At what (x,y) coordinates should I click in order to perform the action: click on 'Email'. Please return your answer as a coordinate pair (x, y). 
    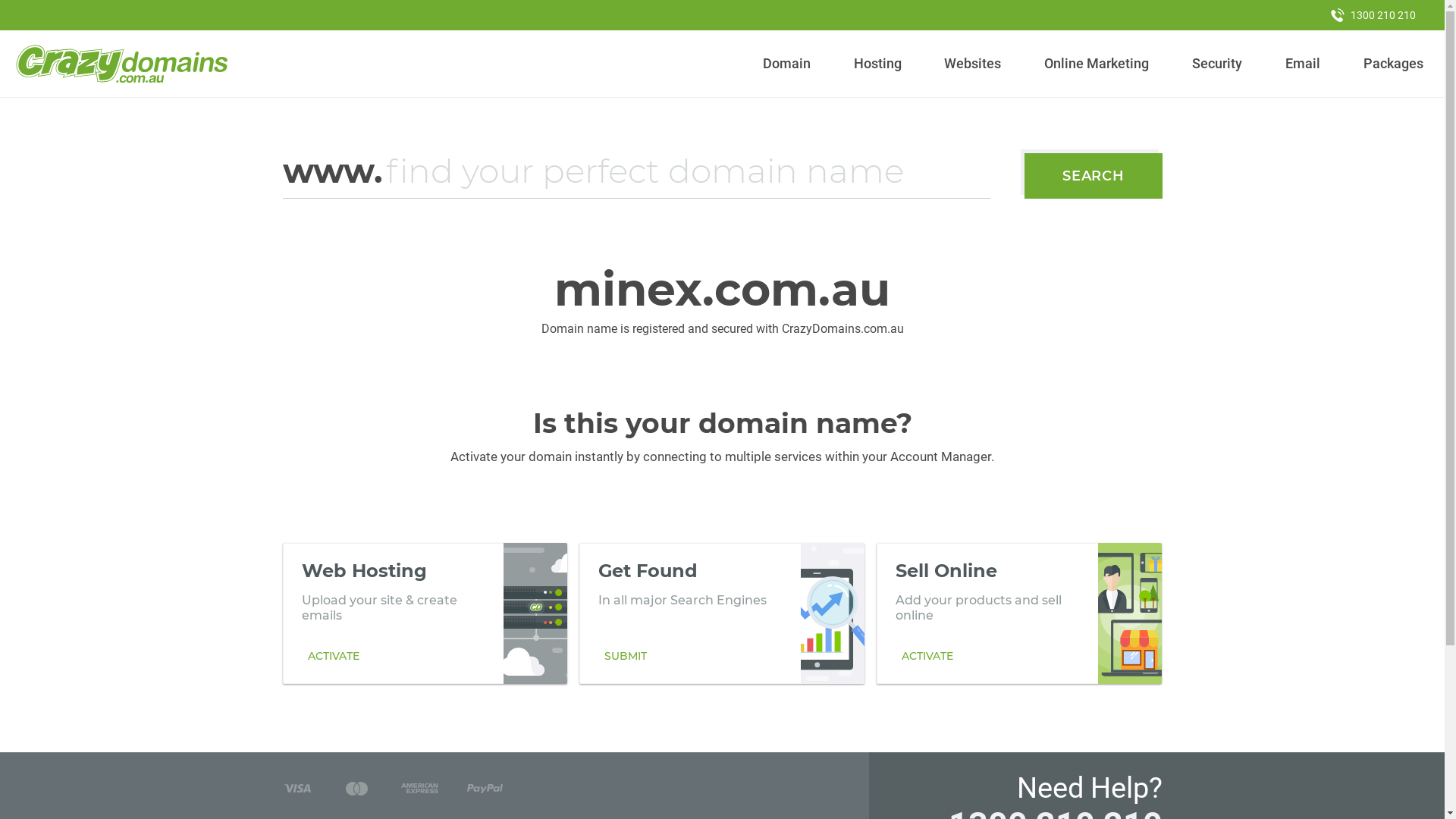
    Looking at the image, I should click on (1277, 63).